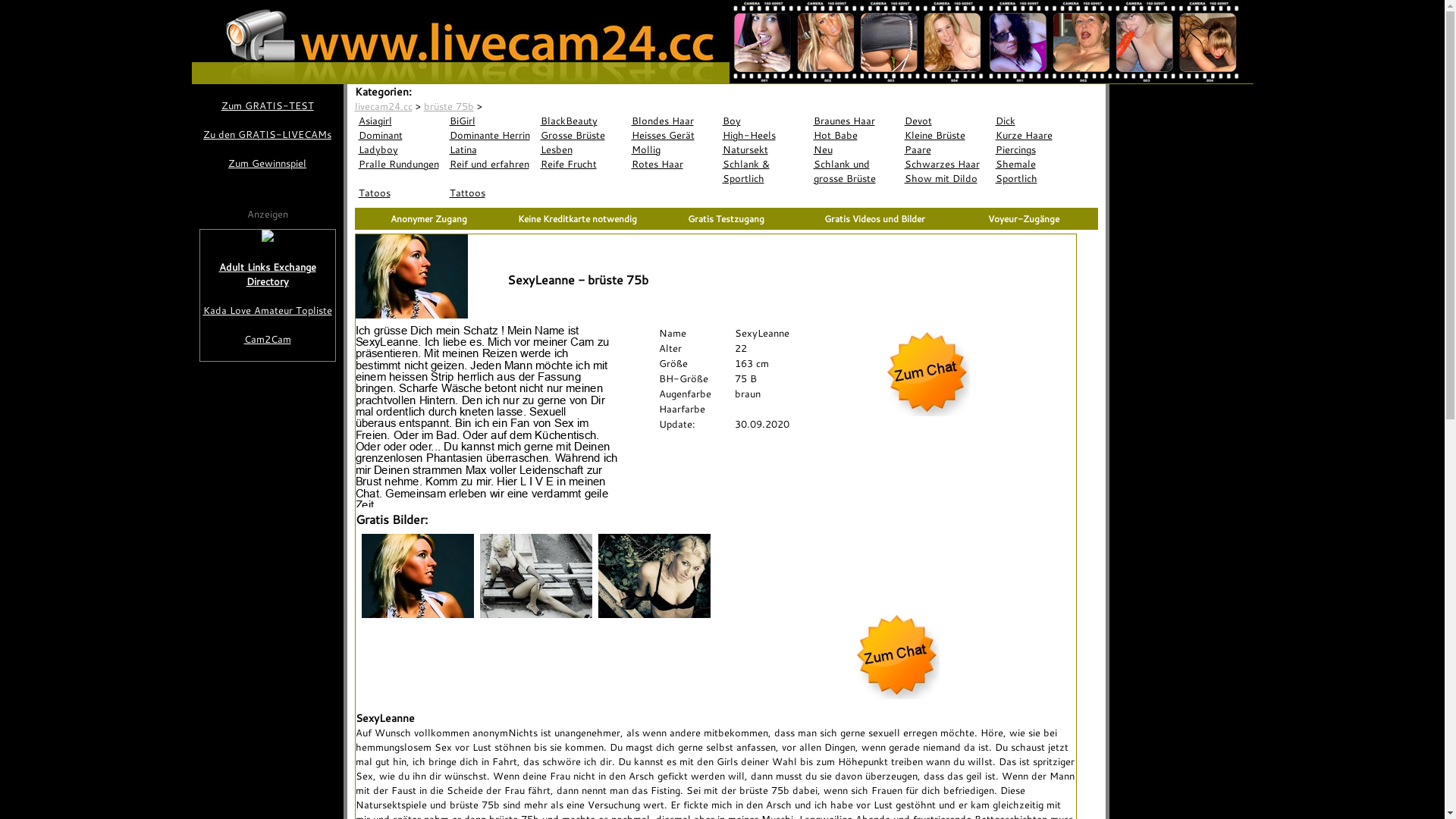  What do you see at coordinates (855, 149) in the screenshot?
I see `'Neu'` at bounding box center [855, 149].